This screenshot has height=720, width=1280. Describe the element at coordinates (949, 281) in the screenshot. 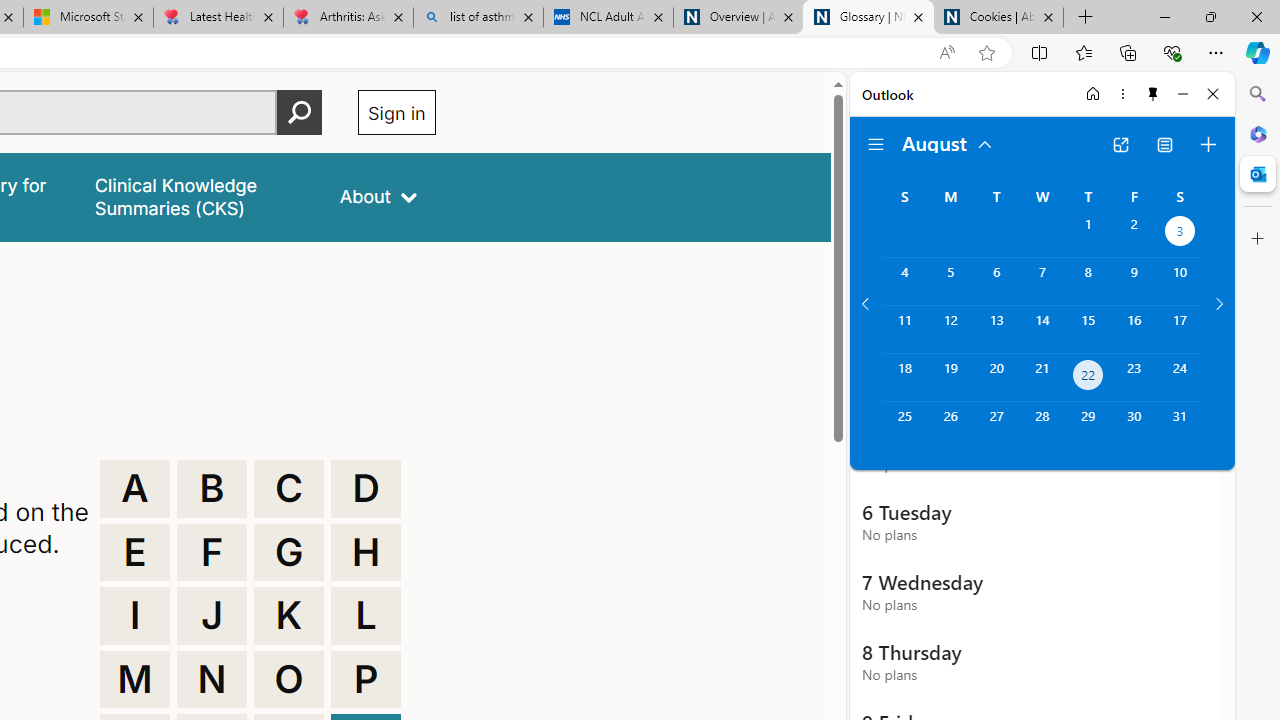

I see `'Monday, August 5, 2024. '` at that location.